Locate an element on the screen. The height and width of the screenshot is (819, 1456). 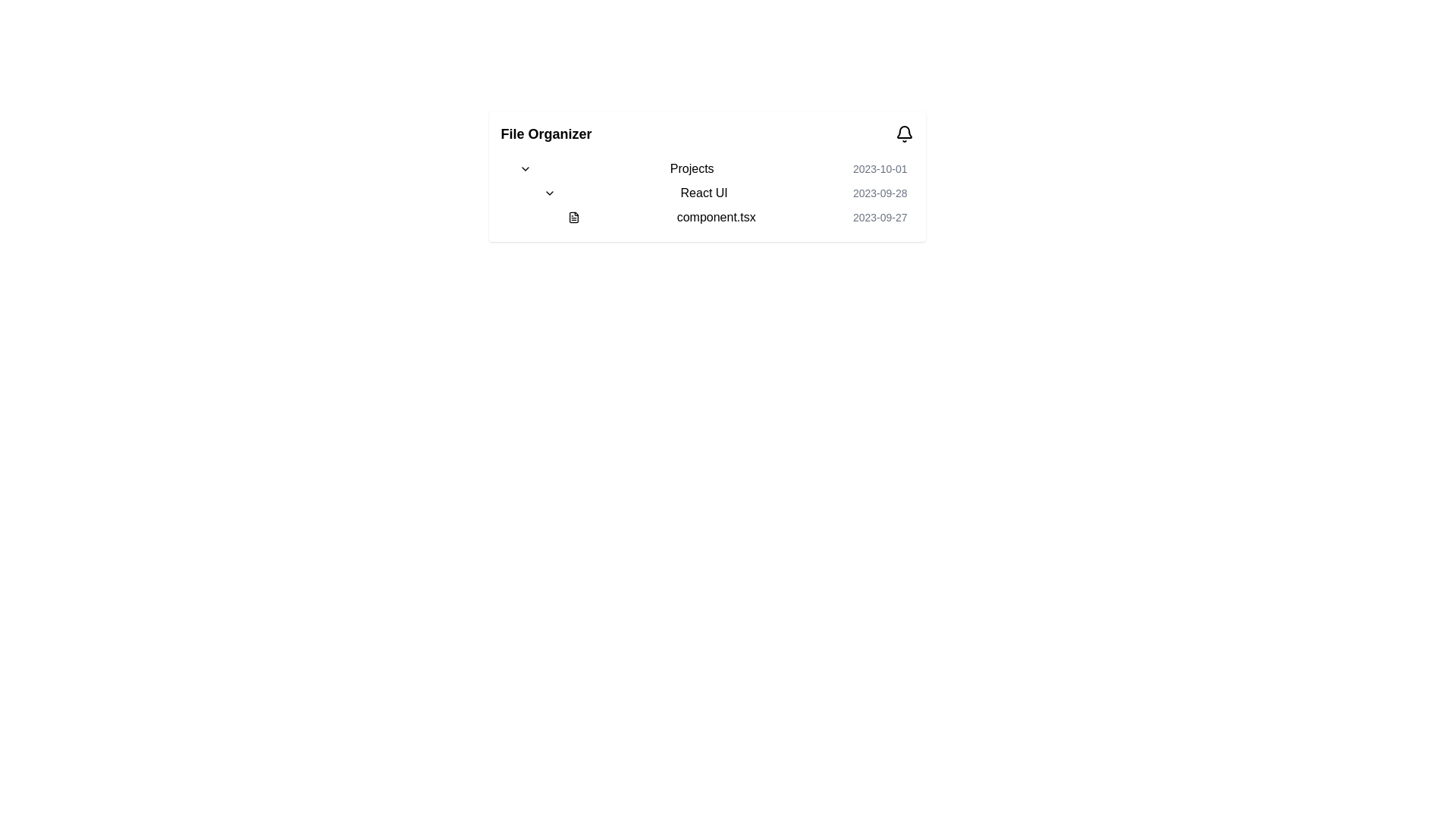
the first item in the 'File Organizer' list that allows navigation is located at coordinates (712, 169).